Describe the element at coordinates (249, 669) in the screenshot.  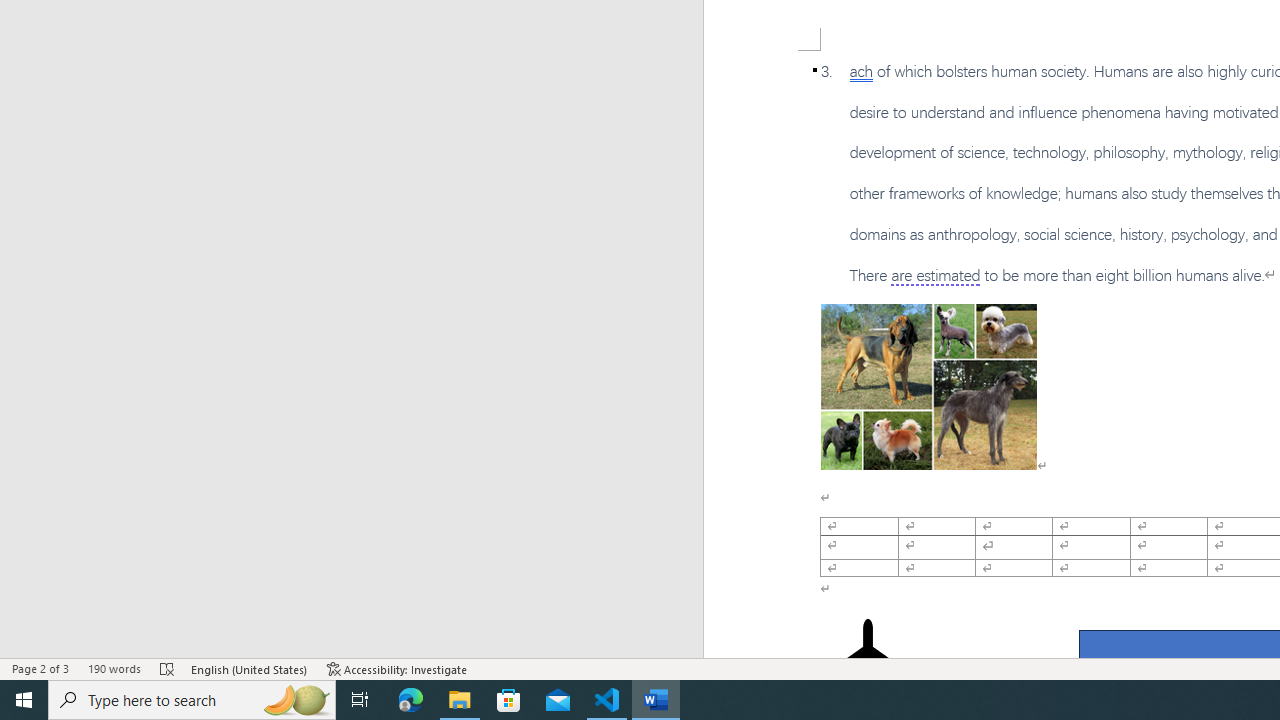
I see `'Language English (United States)'` at that location.